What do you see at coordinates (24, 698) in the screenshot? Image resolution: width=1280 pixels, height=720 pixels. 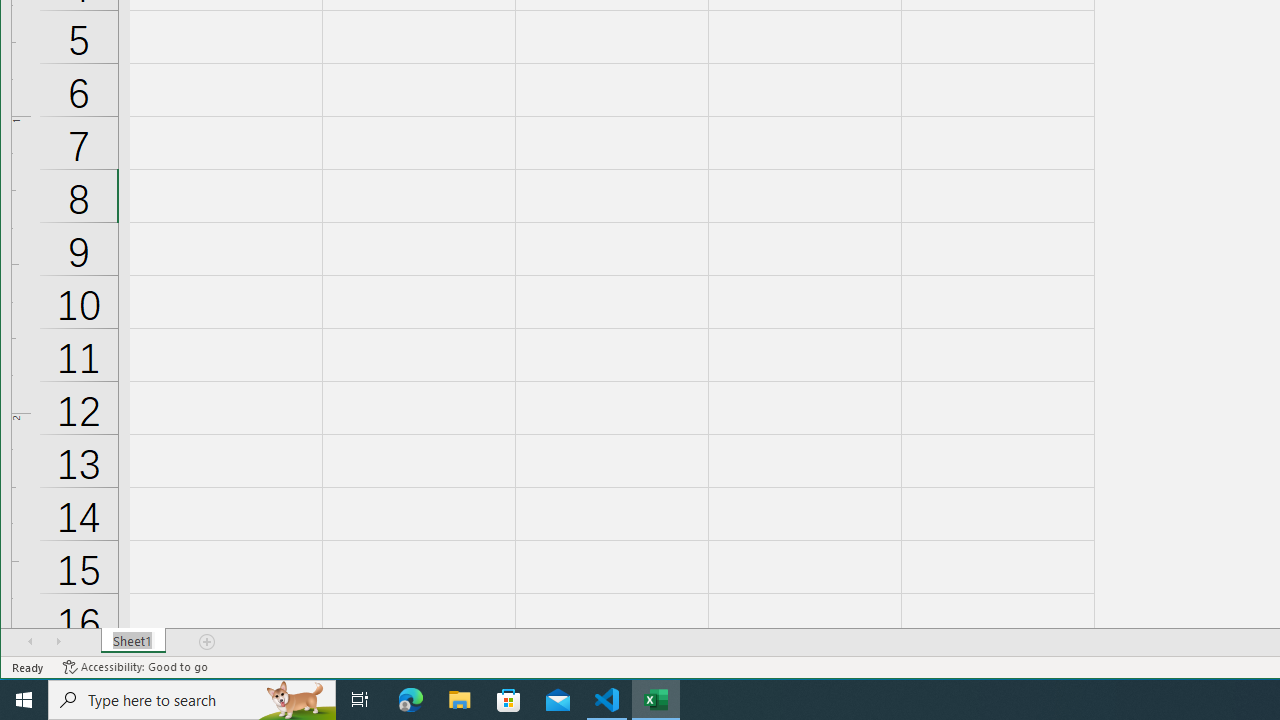 I see `'Start'` at bounding box center [24, 698].